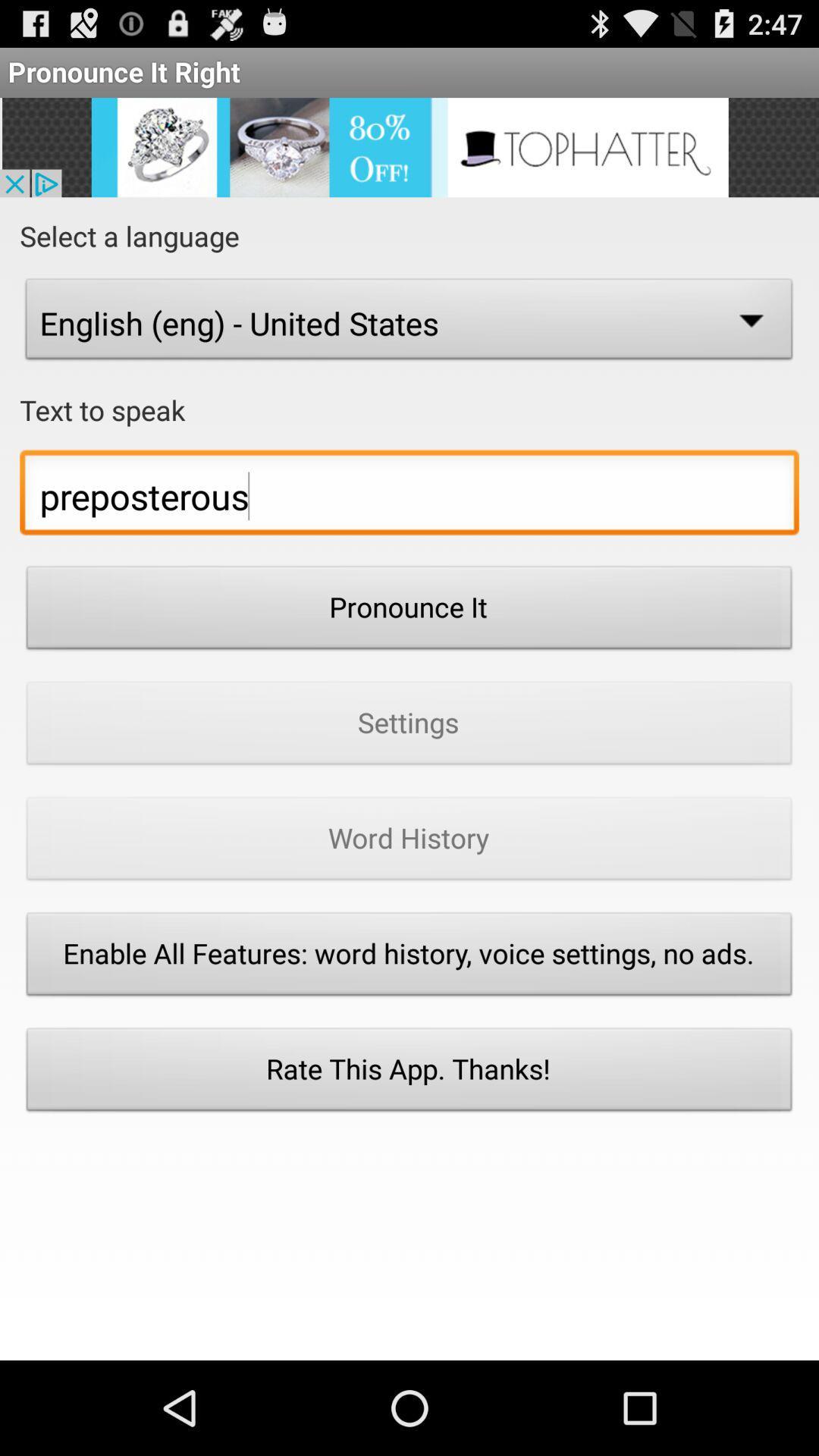 Image resolution: width=819 pixels, height=1456 pixels. I want to click on open an advertisement, so click(409, 147).